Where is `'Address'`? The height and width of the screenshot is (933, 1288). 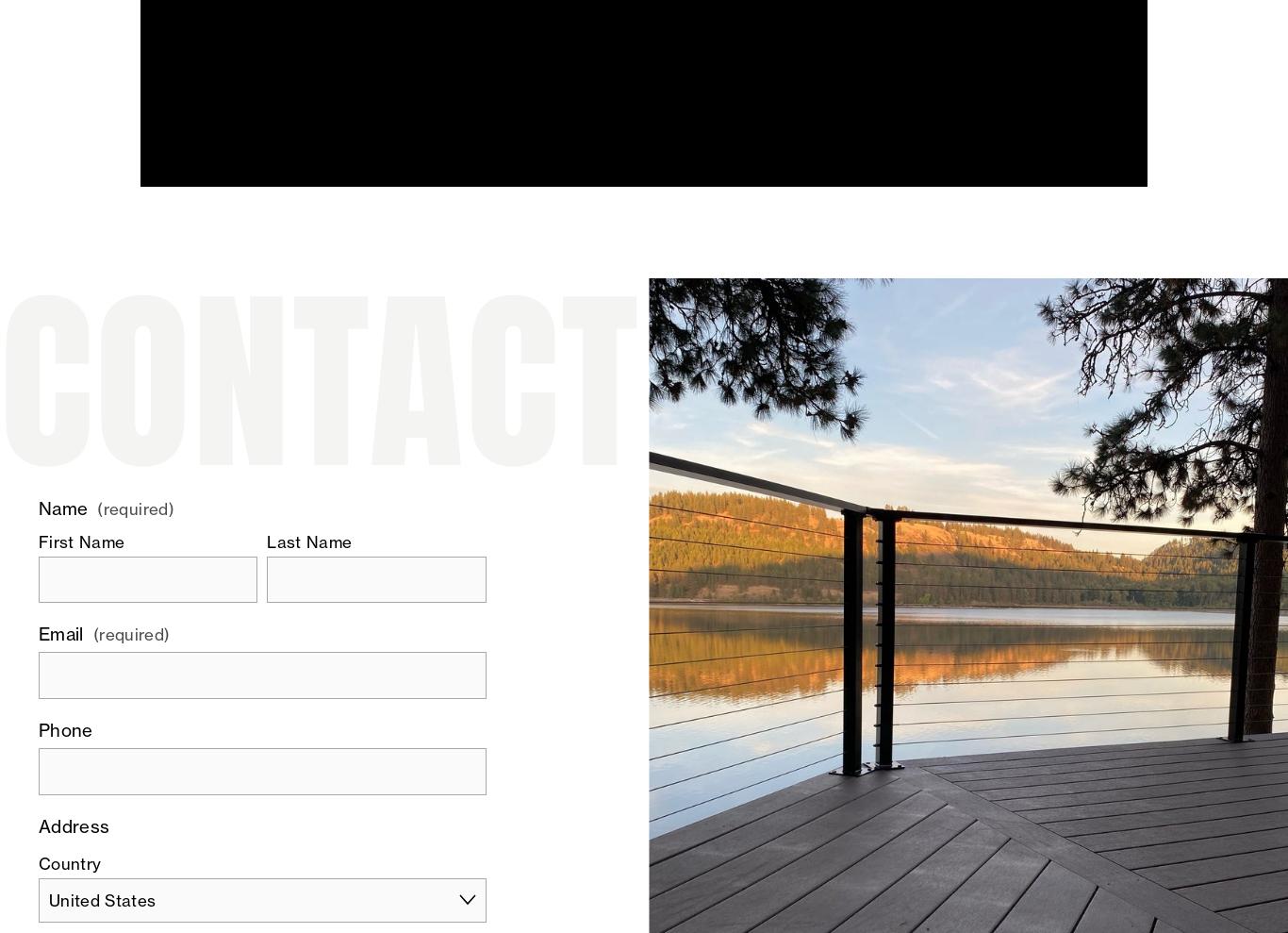
'Address' is located at coordinates (73, 825).